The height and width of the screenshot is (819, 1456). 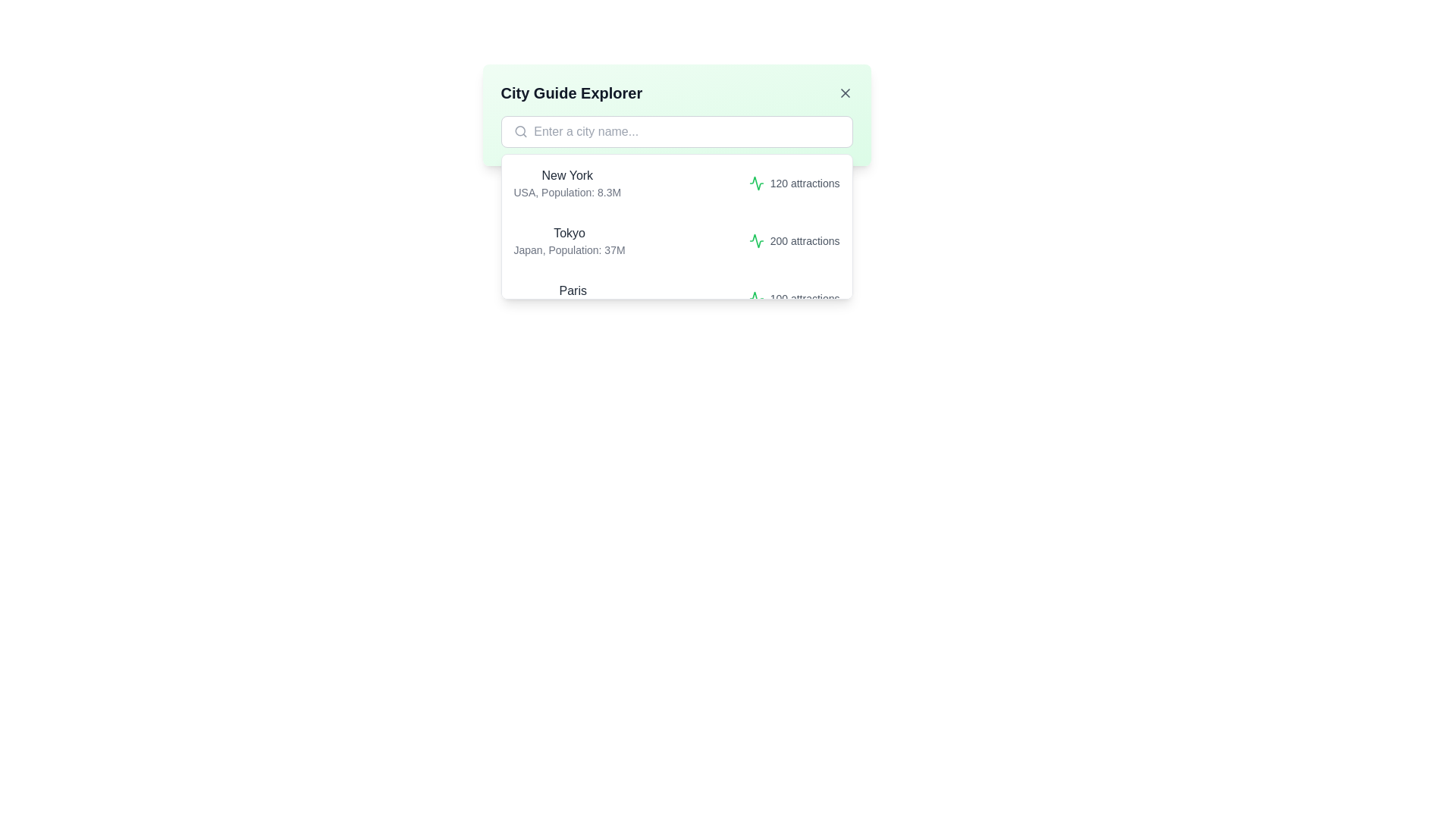 I want to click on number of attractions displayed in the text label next to the green icon for 'New York' in the list, so click(x=793, y=183).